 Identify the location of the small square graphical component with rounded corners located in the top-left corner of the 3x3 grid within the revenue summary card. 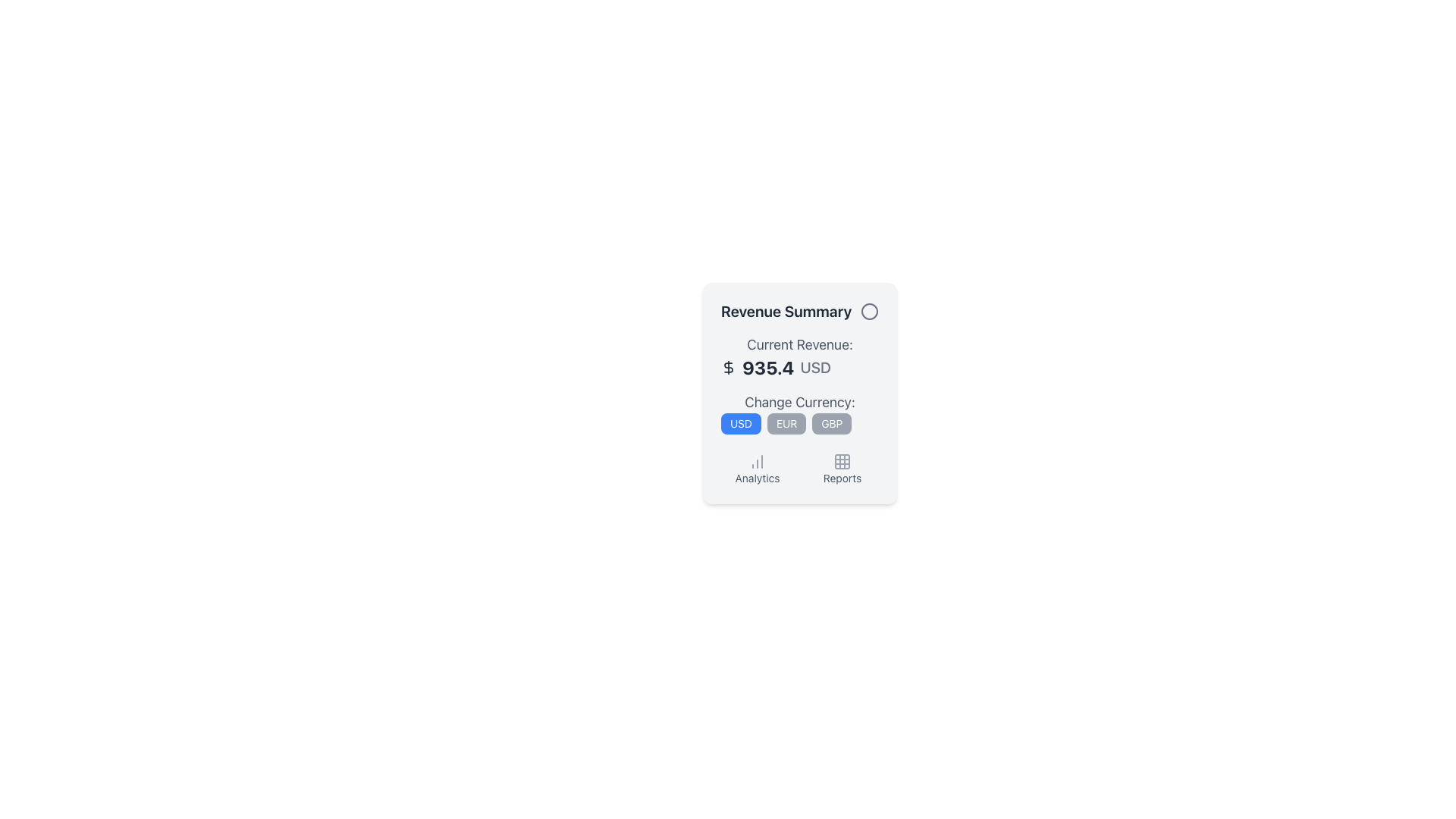
(841, 461).